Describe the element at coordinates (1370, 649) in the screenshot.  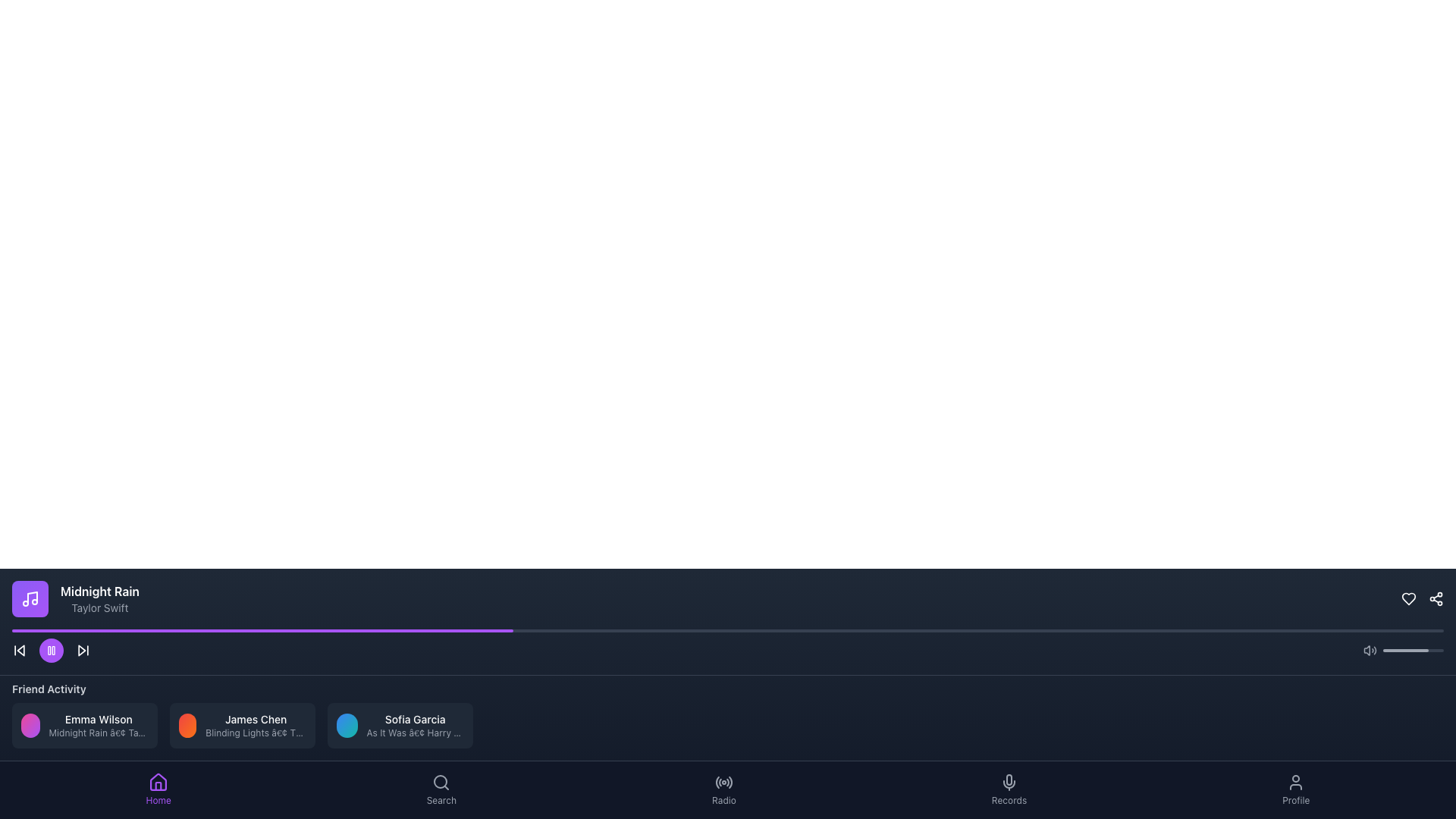
I see `the volume icon, which is a light gray speaker with sound waves, located at the left end of the bottom bar in the player interface` at that location.